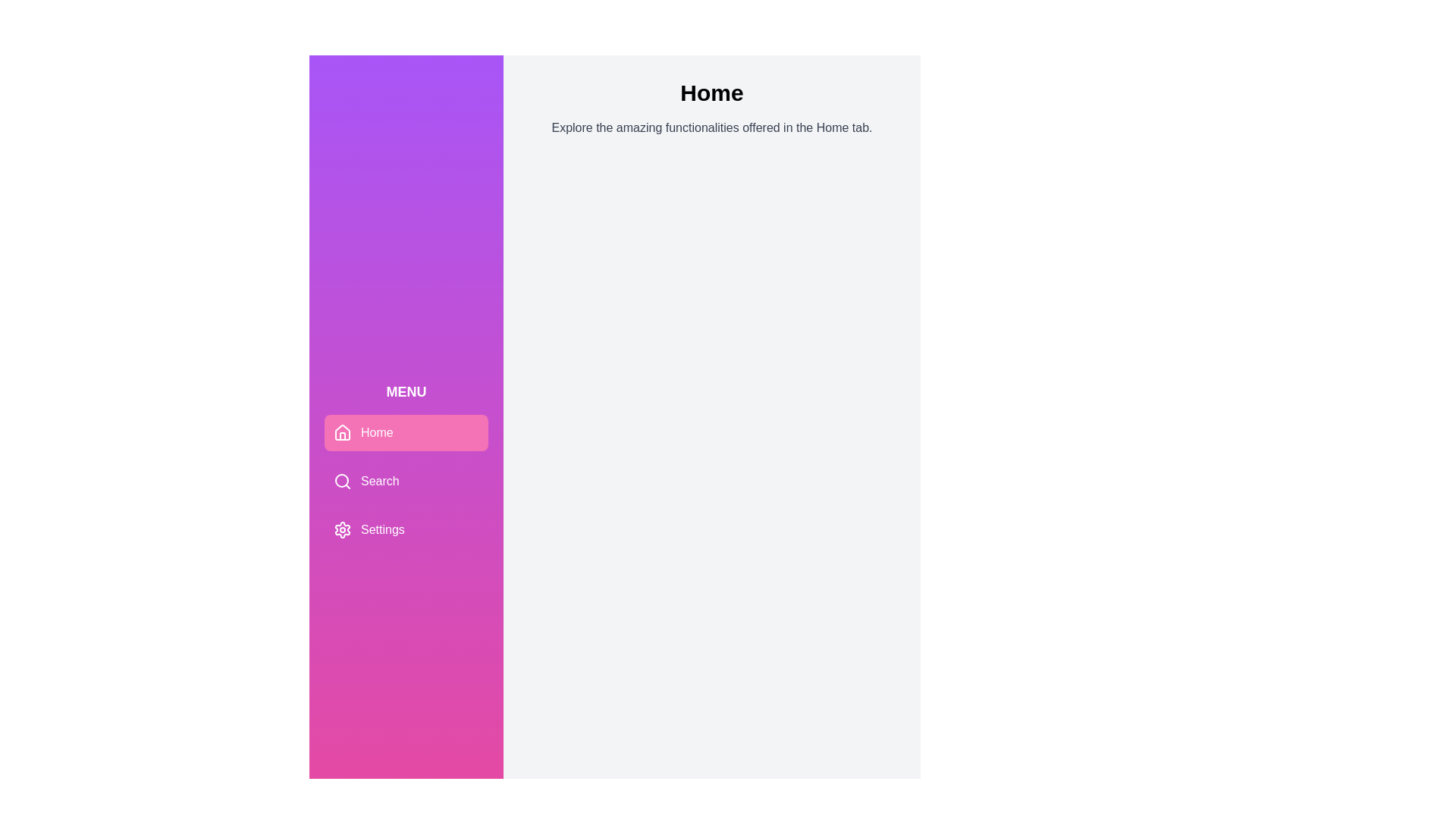  What do you see at coordinates (406, 432) in the screenshot?
I see `the Home tab from the menu` at bounding box center [406, 432].